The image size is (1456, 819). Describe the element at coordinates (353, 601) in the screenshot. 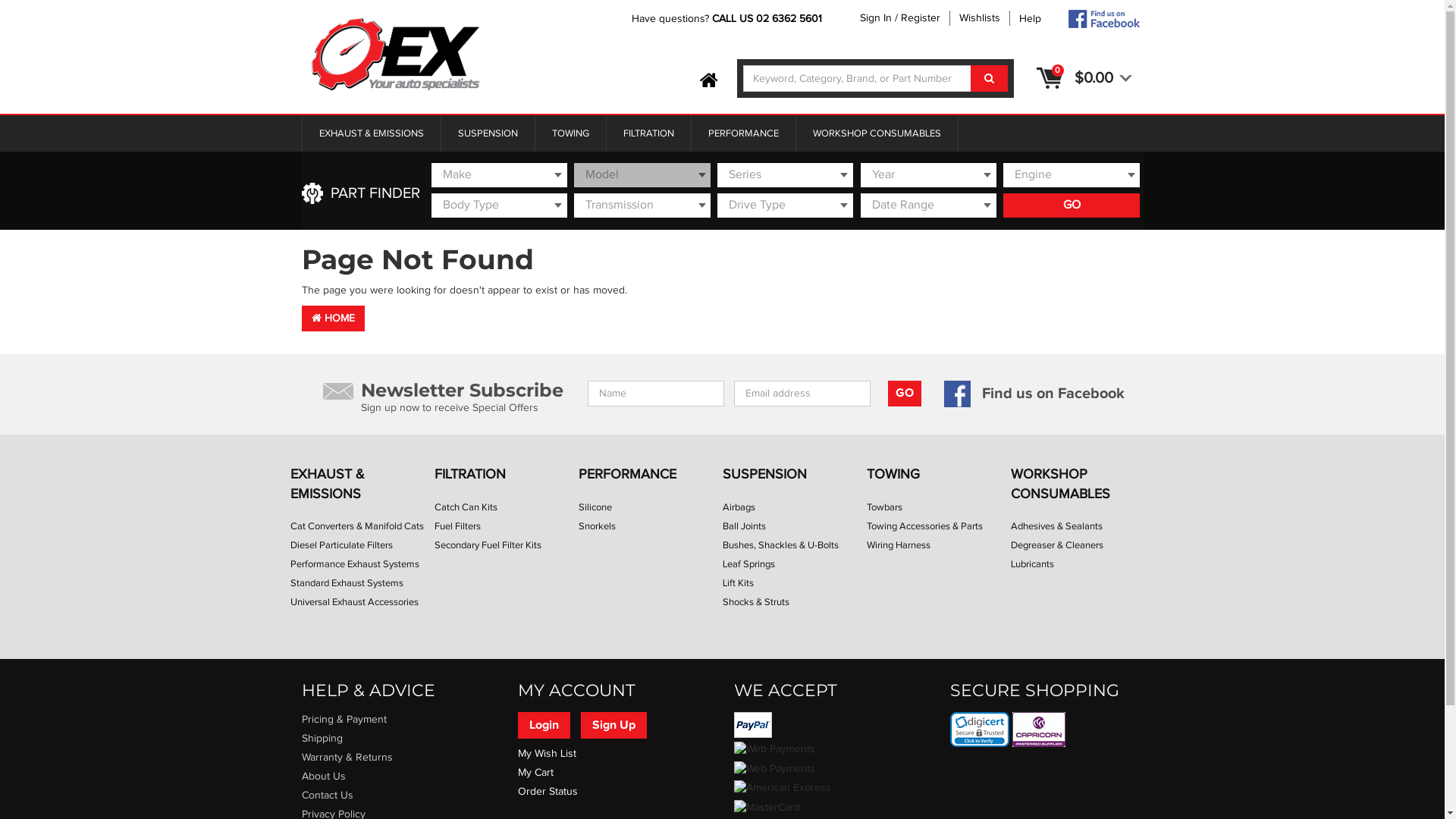

I see `'Universal Exhaust Accessories'` at that location.